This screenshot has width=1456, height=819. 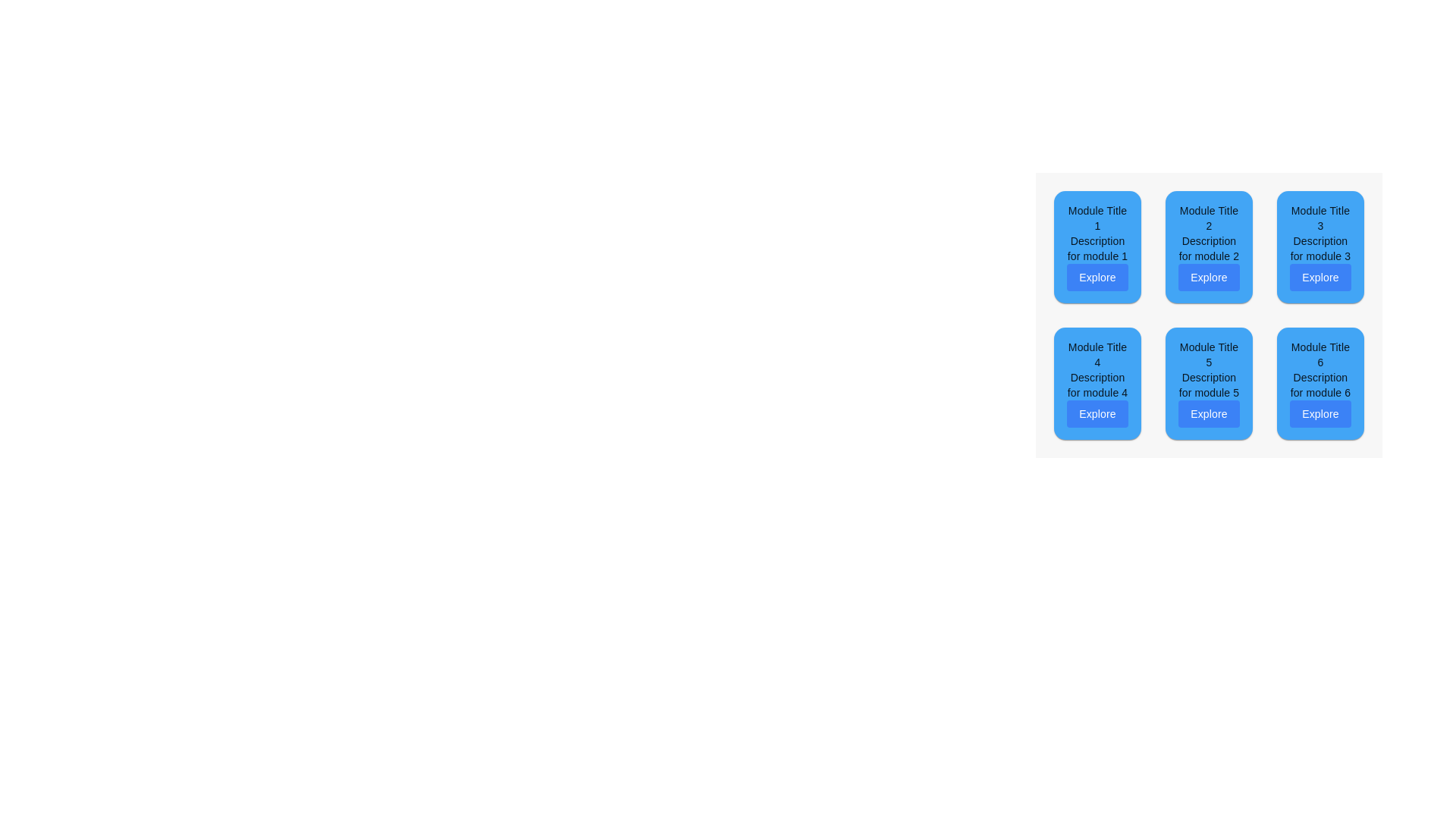 What do you see at coordinates (1208, 384) in the screenshot?
I see `the text block displaying 'Description for module 5'` at bounding box center [1208, 384].